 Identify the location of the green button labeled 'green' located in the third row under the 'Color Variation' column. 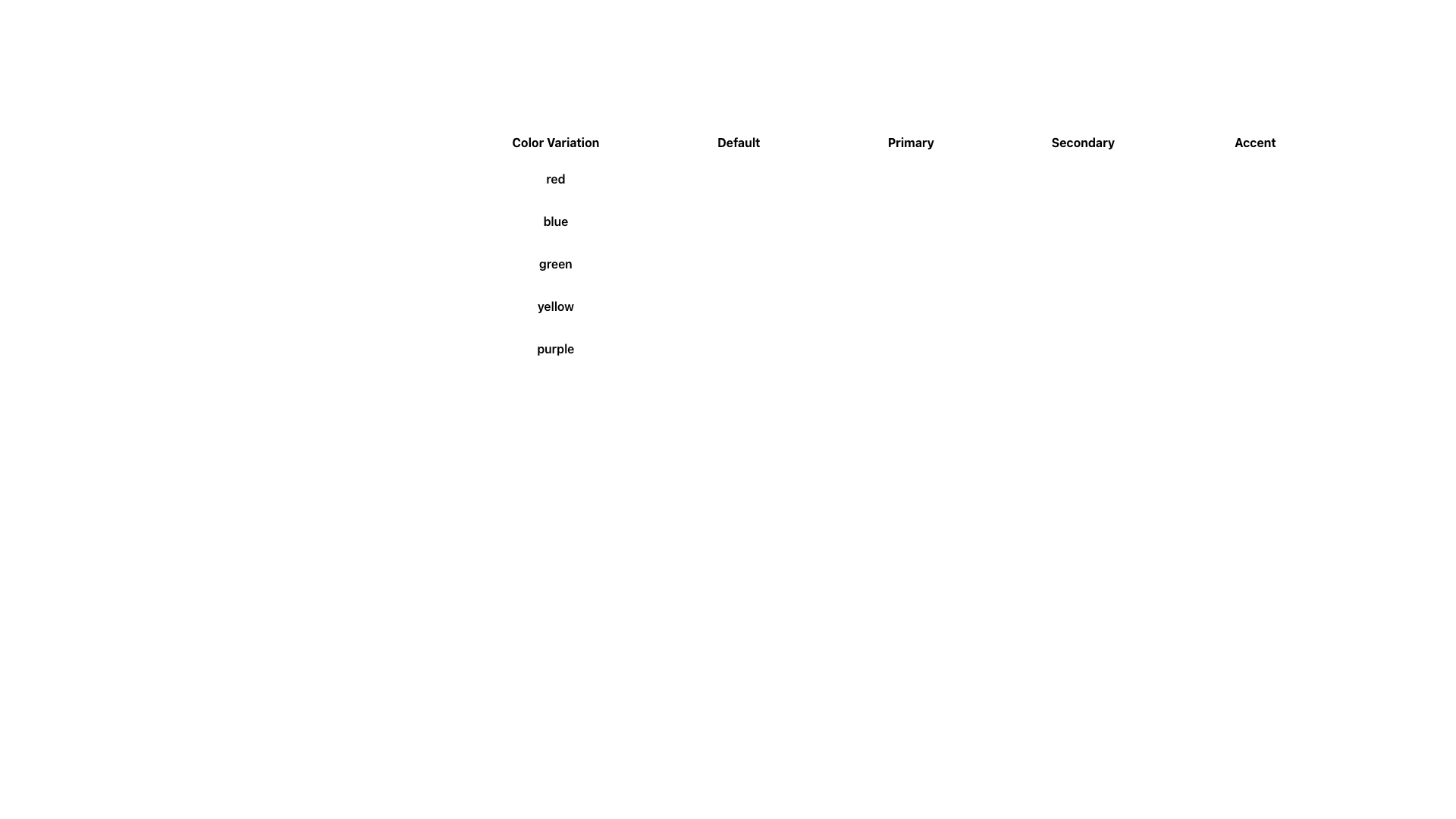
(699, 262).